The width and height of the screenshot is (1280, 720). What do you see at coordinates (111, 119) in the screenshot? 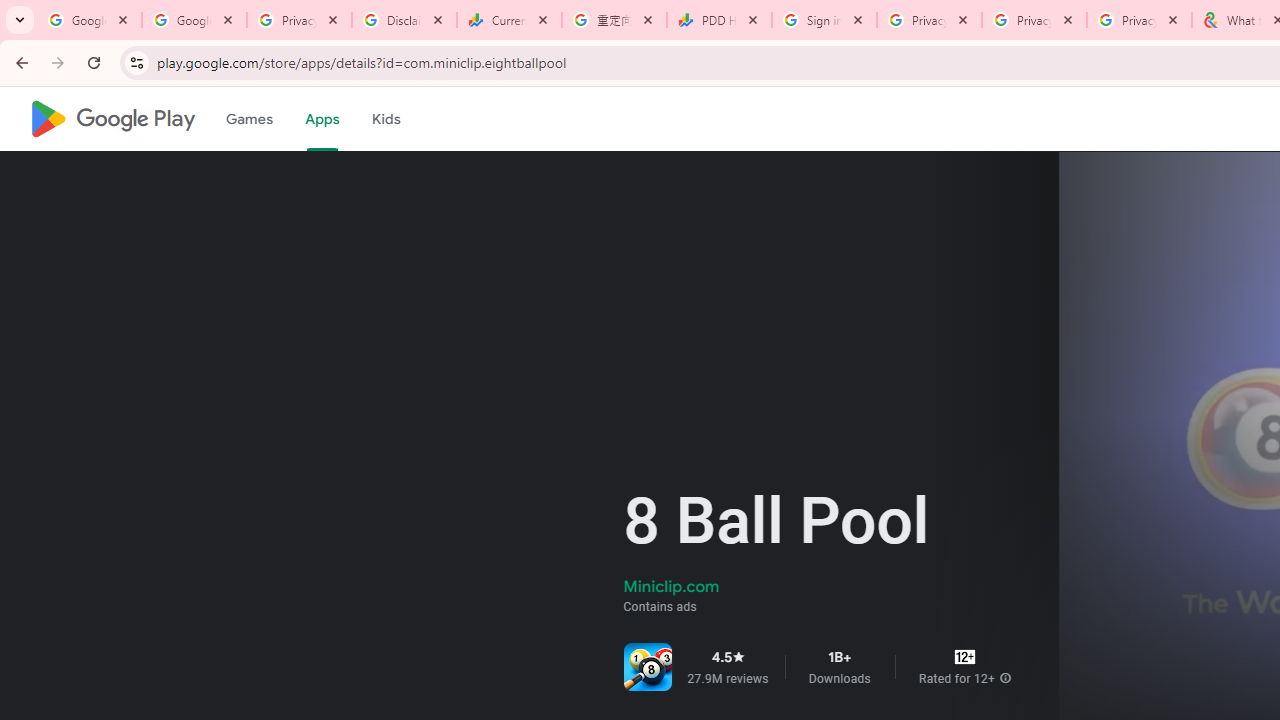
I see `'Google Play logo'` at bounding box center [111, 119].